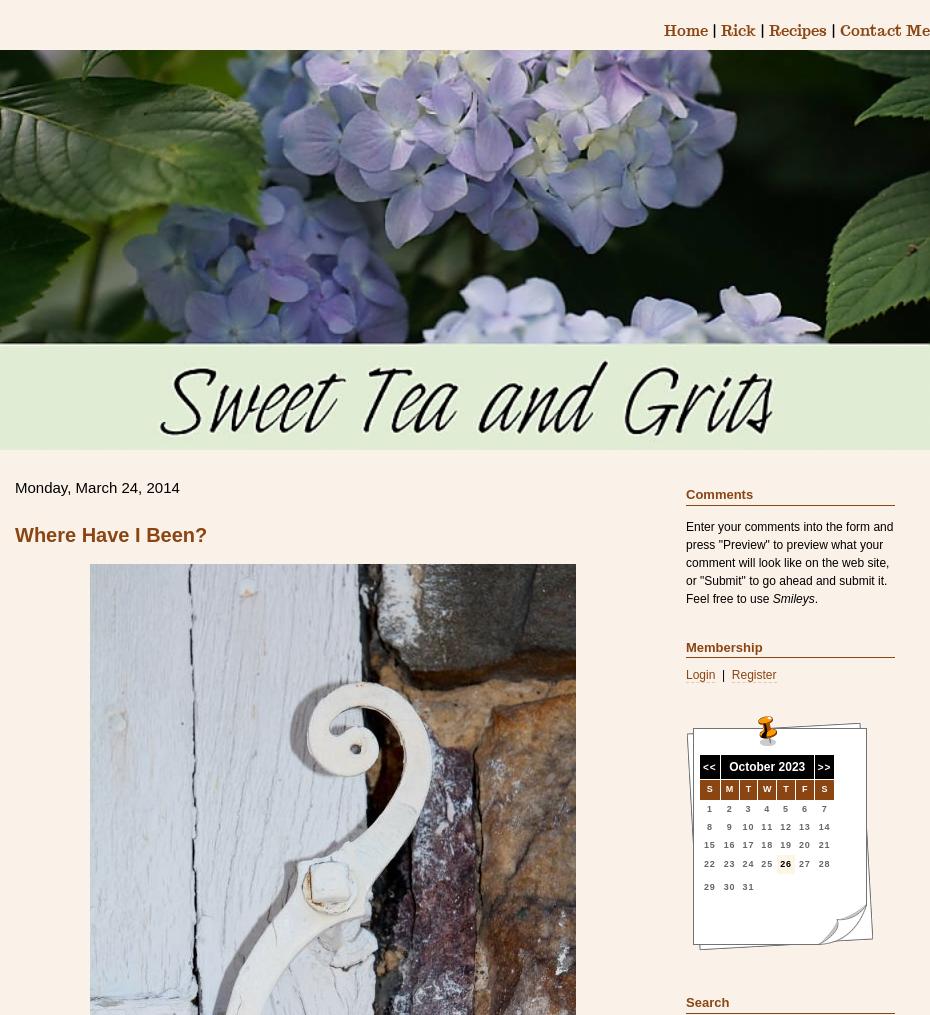 This screenshot has height=1015, width=930. What do you see at coordinates (709, 765) in the screenshot?
I see `'<<'` at bounding box center [709, 765].